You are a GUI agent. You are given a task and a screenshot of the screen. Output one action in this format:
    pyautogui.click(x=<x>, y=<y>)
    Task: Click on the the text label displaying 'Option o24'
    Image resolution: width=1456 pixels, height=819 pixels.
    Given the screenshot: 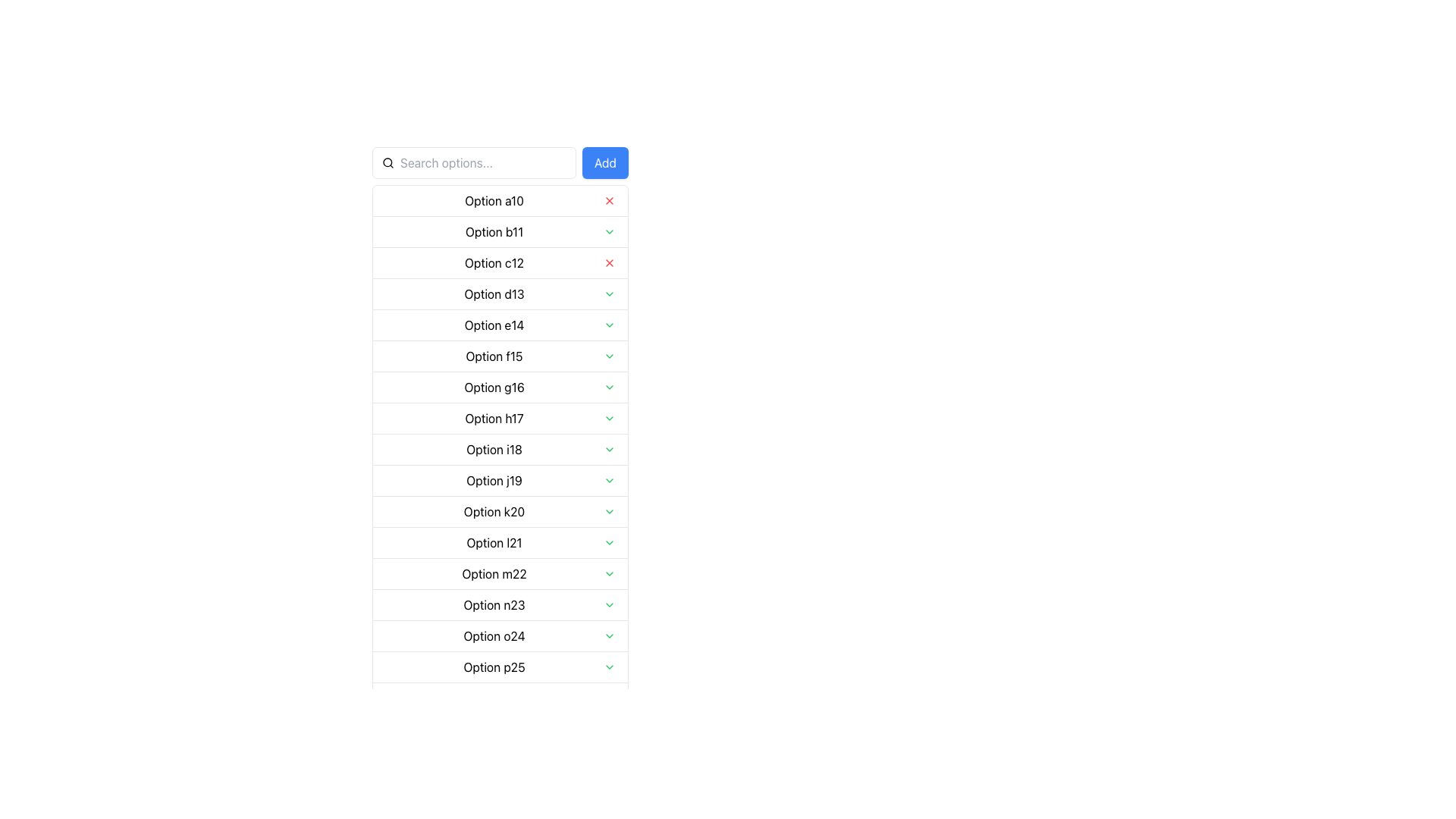 What is the action you would take?
    pyautogui.click(x=494, y=636)
    